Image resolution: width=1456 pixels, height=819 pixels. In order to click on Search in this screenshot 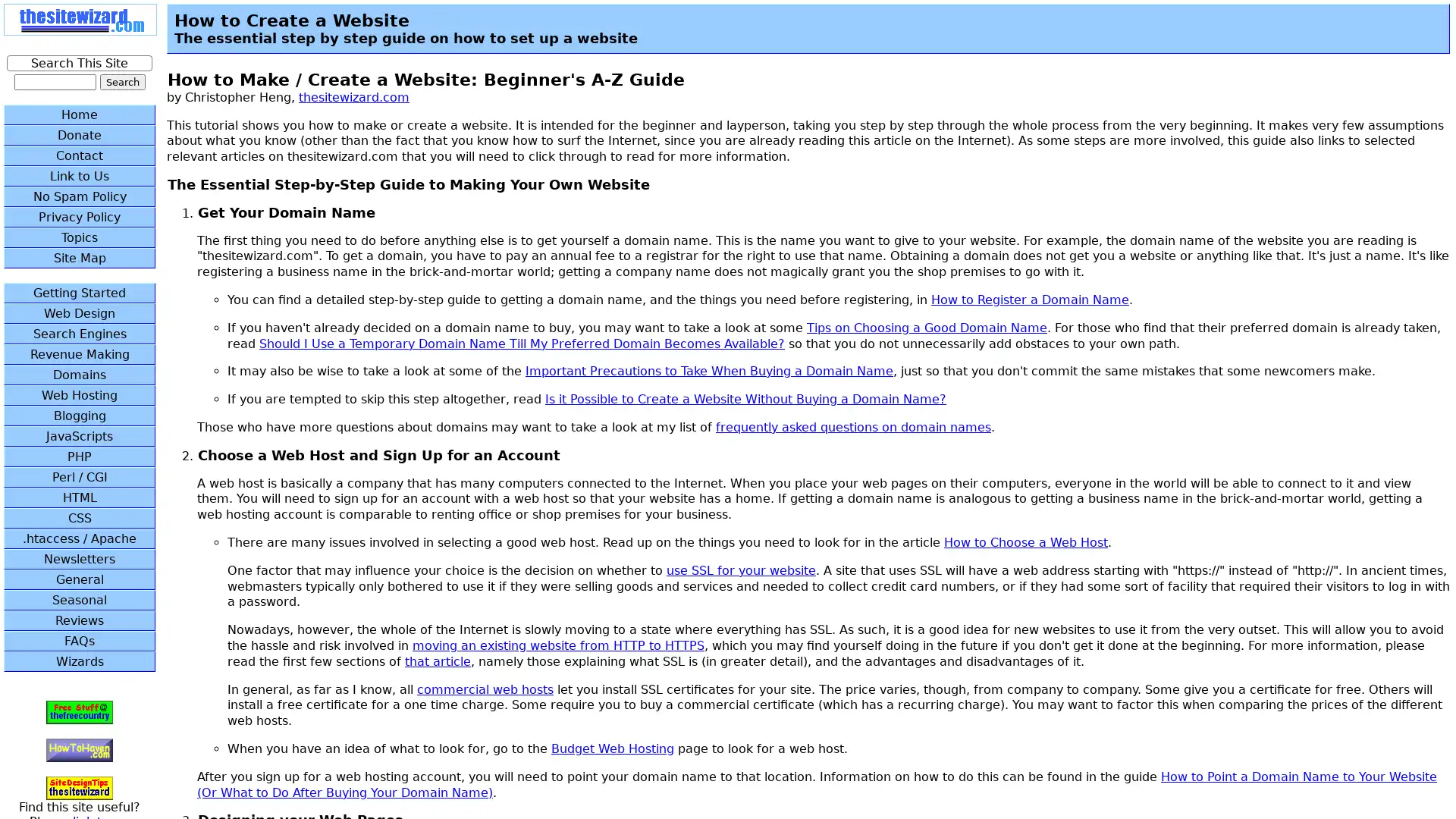, I will do `click(122, 82)`.